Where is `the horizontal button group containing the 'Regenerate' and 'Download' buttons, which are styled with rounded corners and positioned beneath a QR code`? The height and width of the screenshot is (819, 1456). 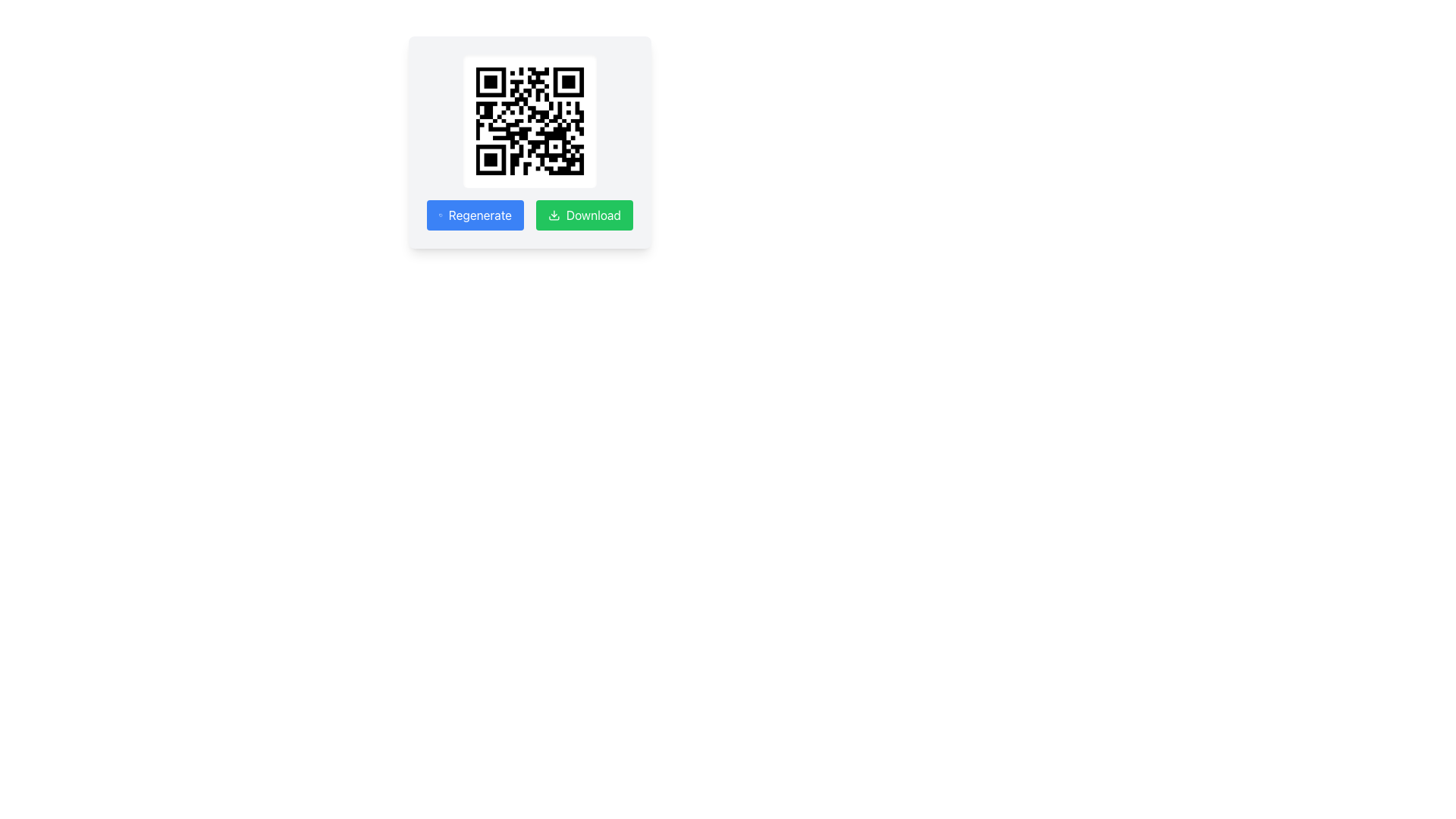
the horizontal button group containing the 'Regenerate' and 'Download' buttons, which are styled with rounded corners and positioned beneath a QR code is located at coordinates (530, 215).